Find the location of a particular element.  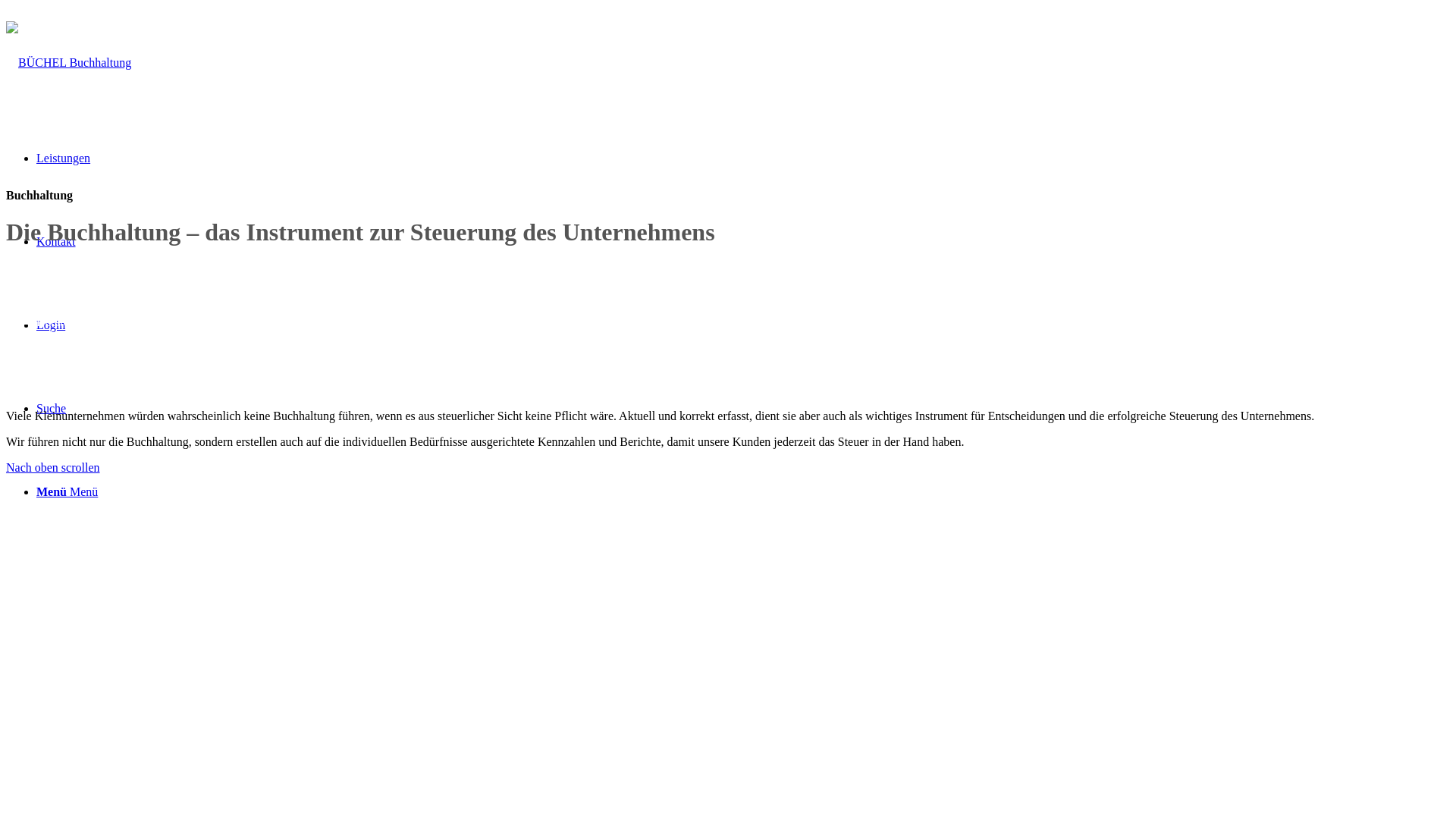

'Kontakt' is located at coordinates (55, 240).